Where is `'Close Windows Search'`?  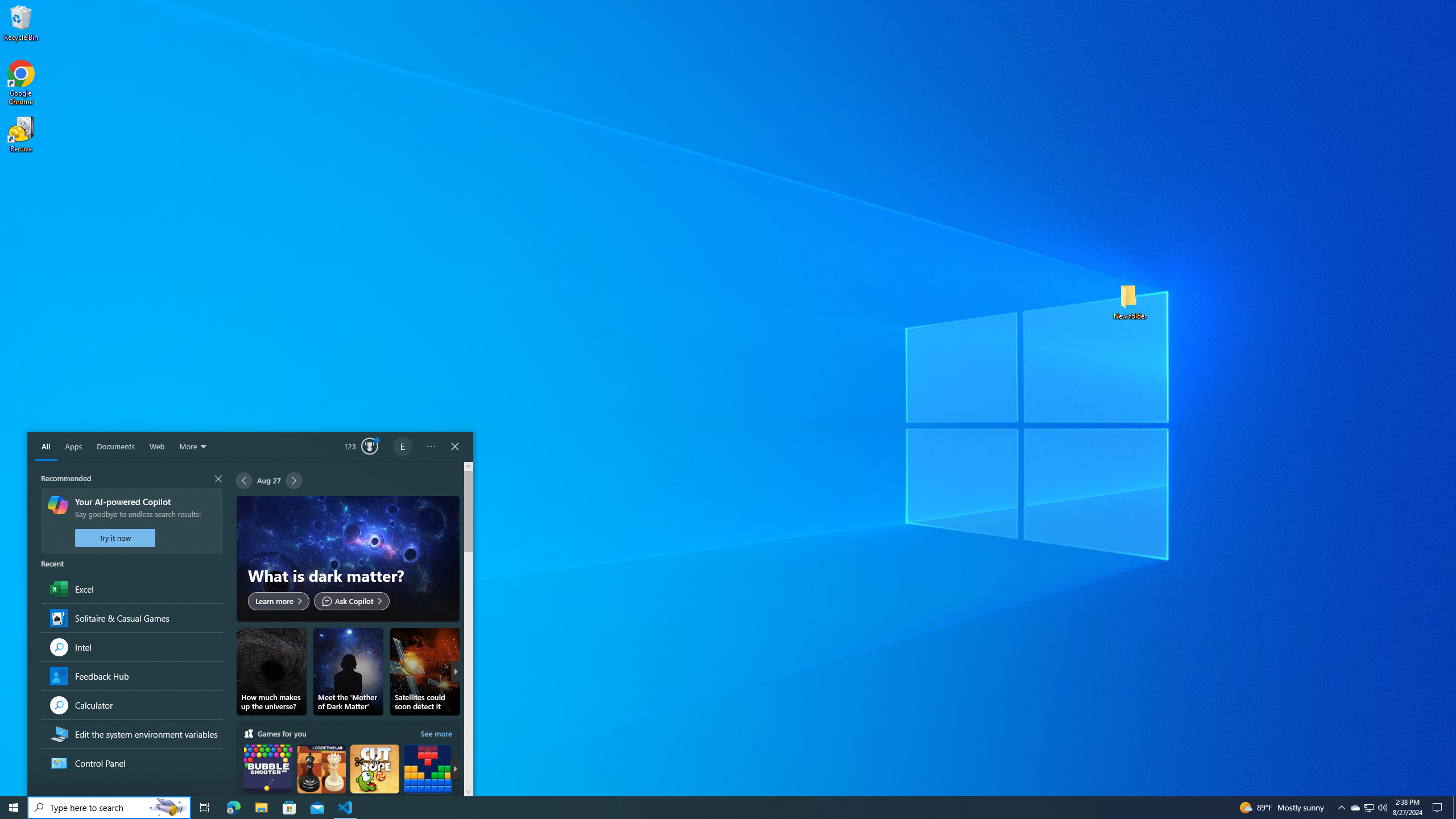
'Close Windows Search' is located at coordinates (454, 446).